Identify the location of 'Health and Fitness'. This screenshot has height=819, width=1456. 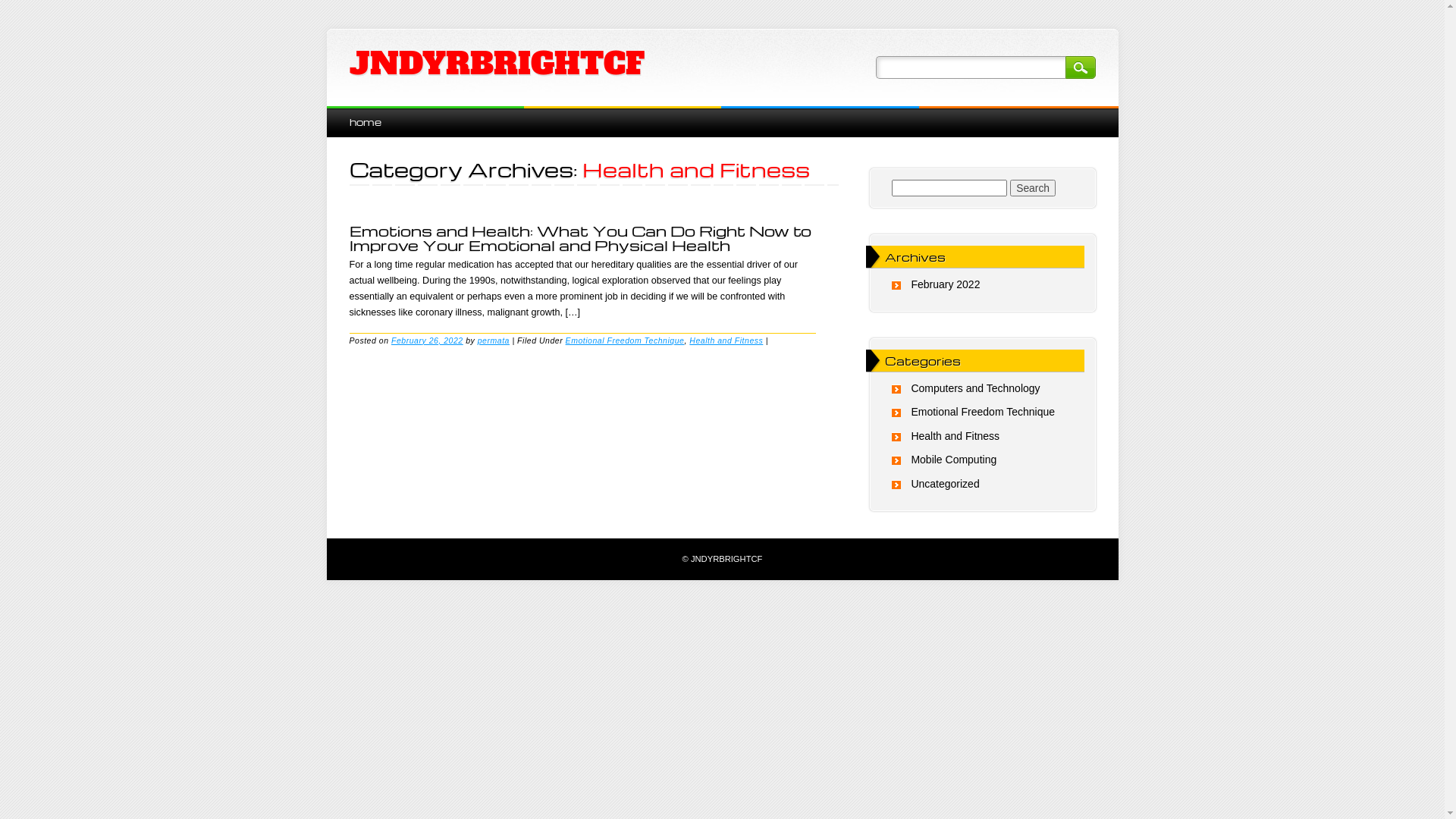
(725, 338).